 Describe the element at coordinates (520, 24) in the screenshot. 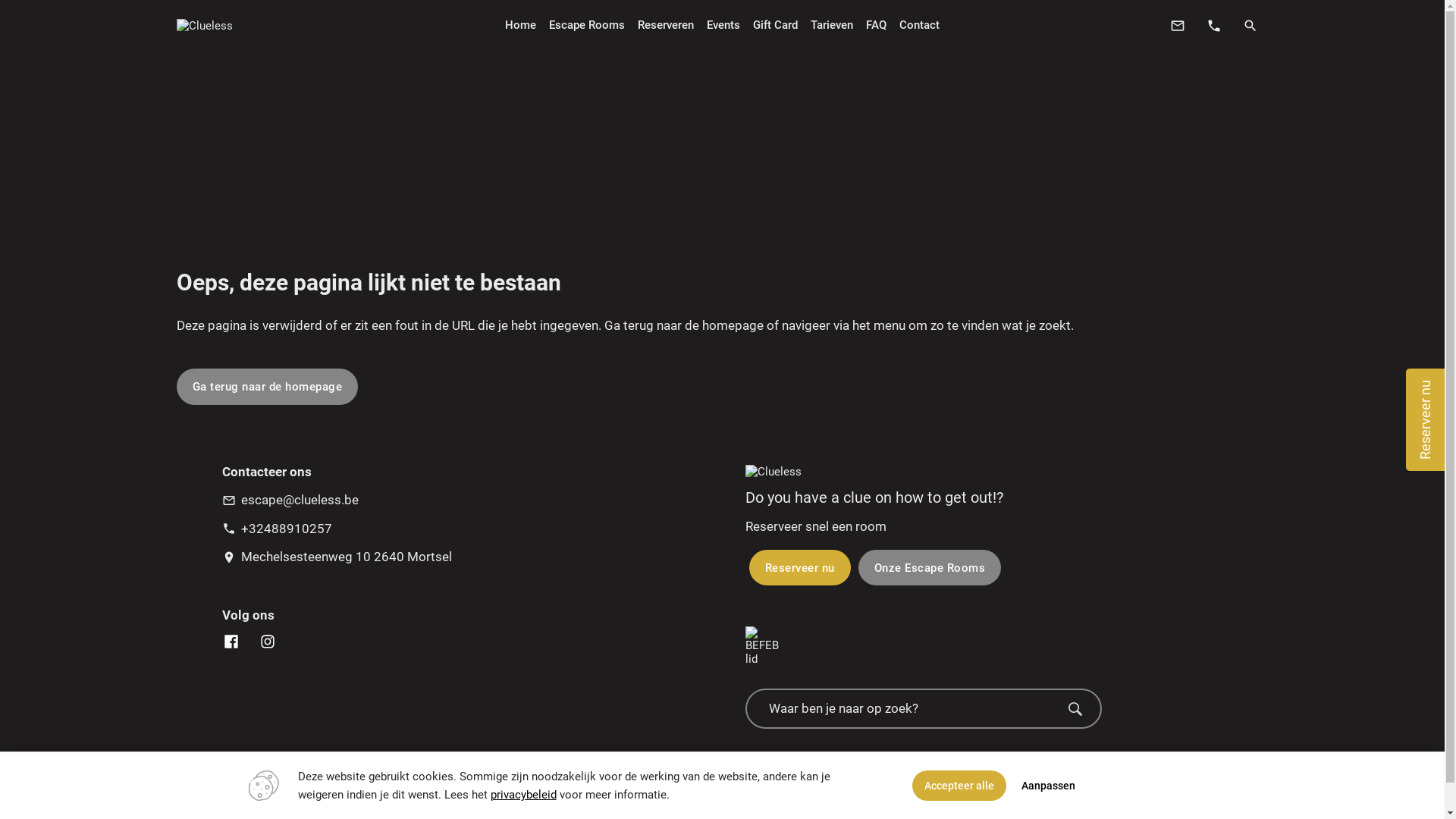

I see `'Home'` at that location.